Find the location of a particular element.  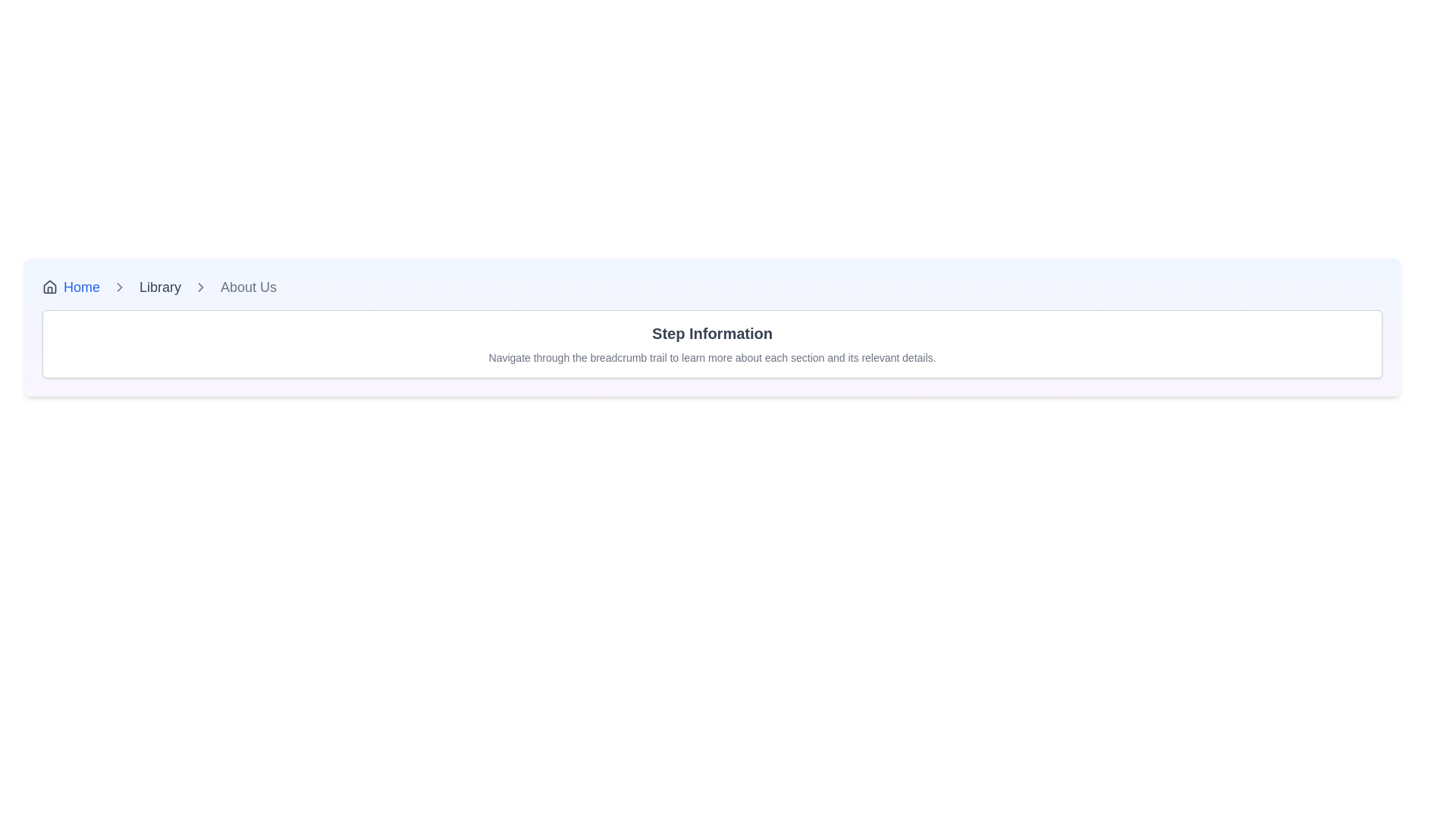

the house-shaped SVG icon located at the leftmost part of the breadcrumb navigation section by clicking on it is located at coordinates (50, 287).